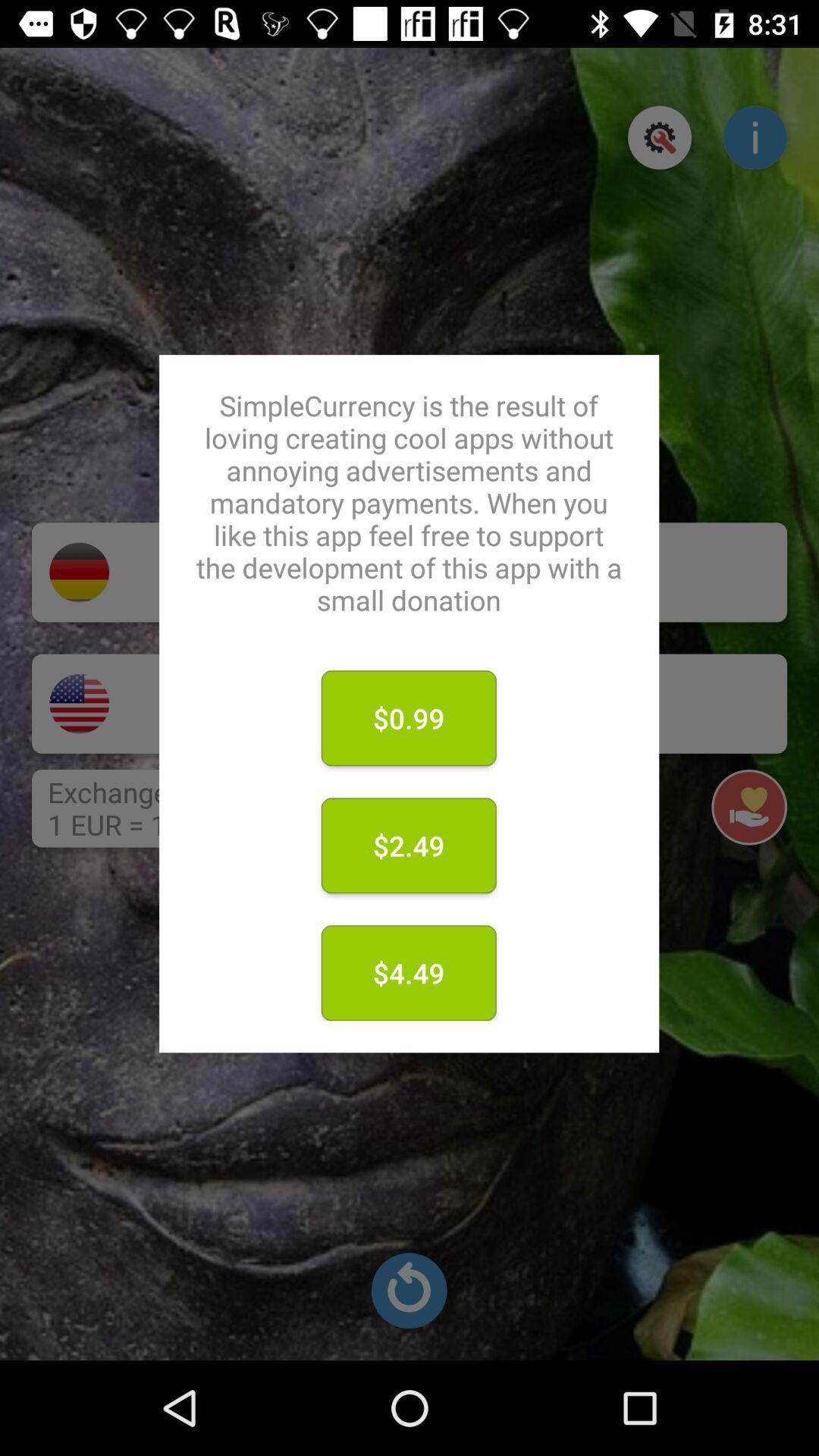 This screenshot has height=1456, width=819. What do you see at coordinates (408, 1290) in the screenshot?
I see `refresh the current results` at bounding box center [408, 1290].